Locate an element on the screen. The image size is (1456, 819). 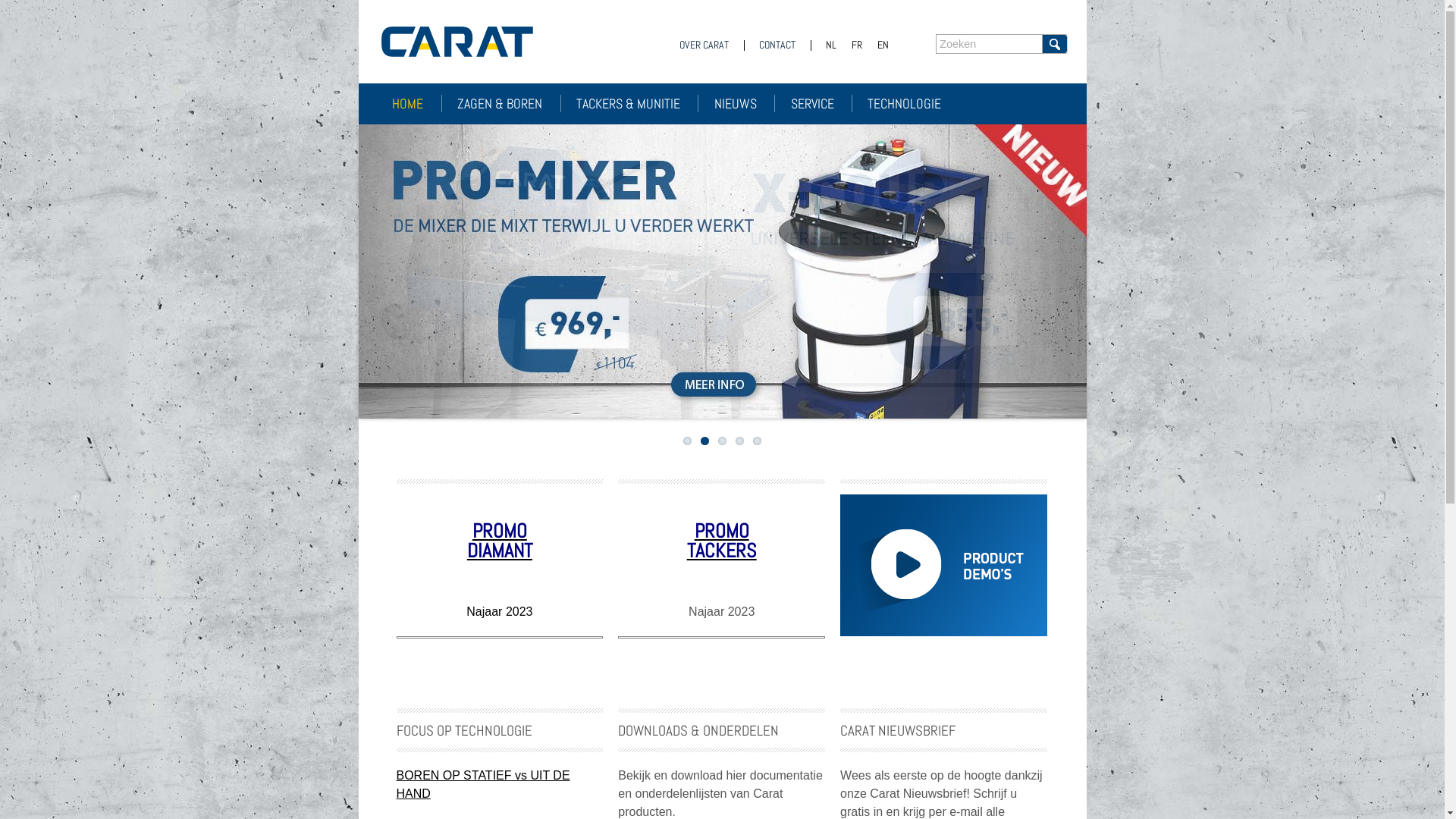
'3' is located at coordinates (721, 441).